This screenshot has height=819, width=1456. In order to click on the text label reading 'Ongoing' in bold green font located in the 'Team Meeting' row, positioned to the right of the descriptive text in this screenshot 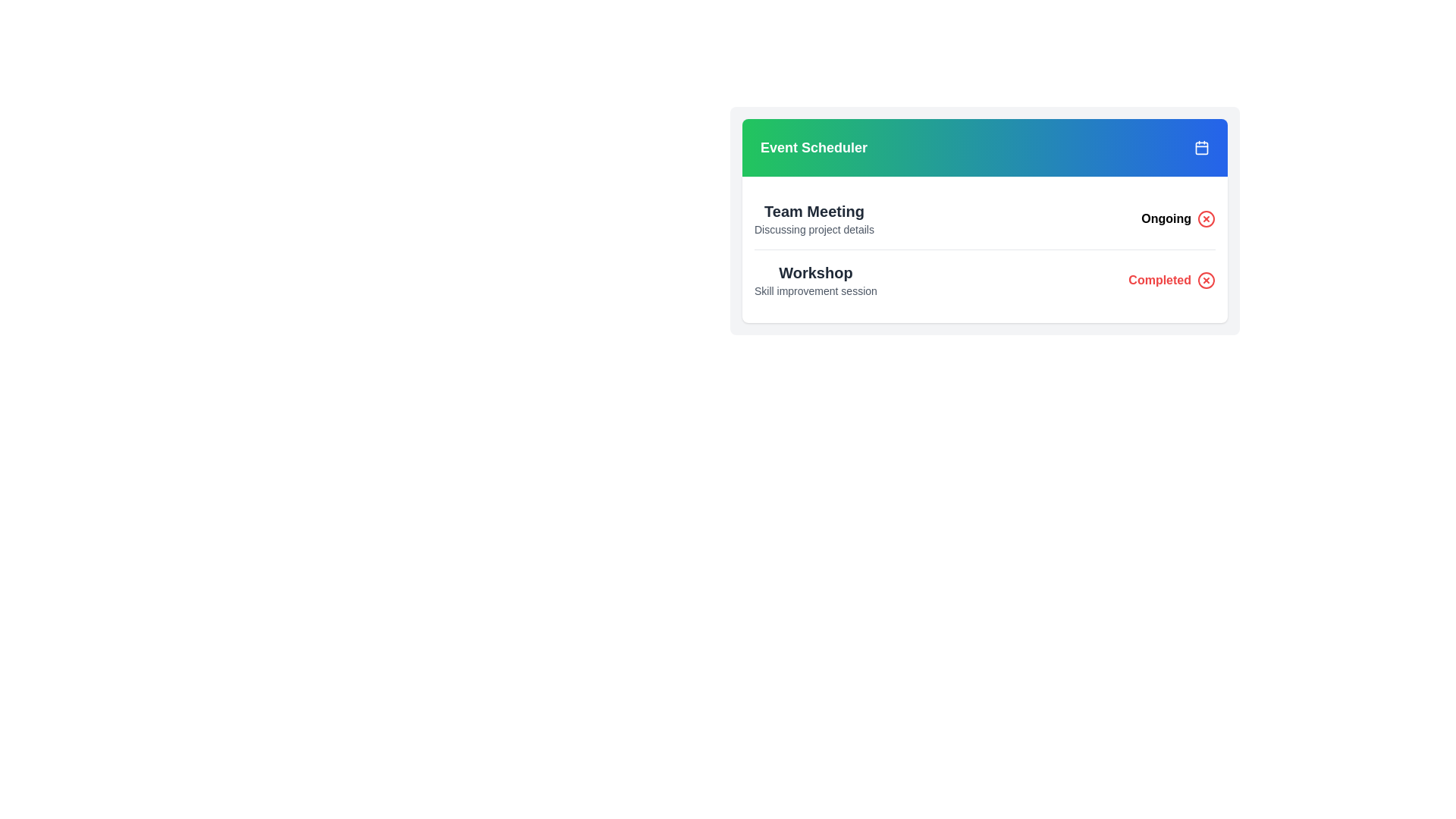, I will do `click(1166, 219)`.